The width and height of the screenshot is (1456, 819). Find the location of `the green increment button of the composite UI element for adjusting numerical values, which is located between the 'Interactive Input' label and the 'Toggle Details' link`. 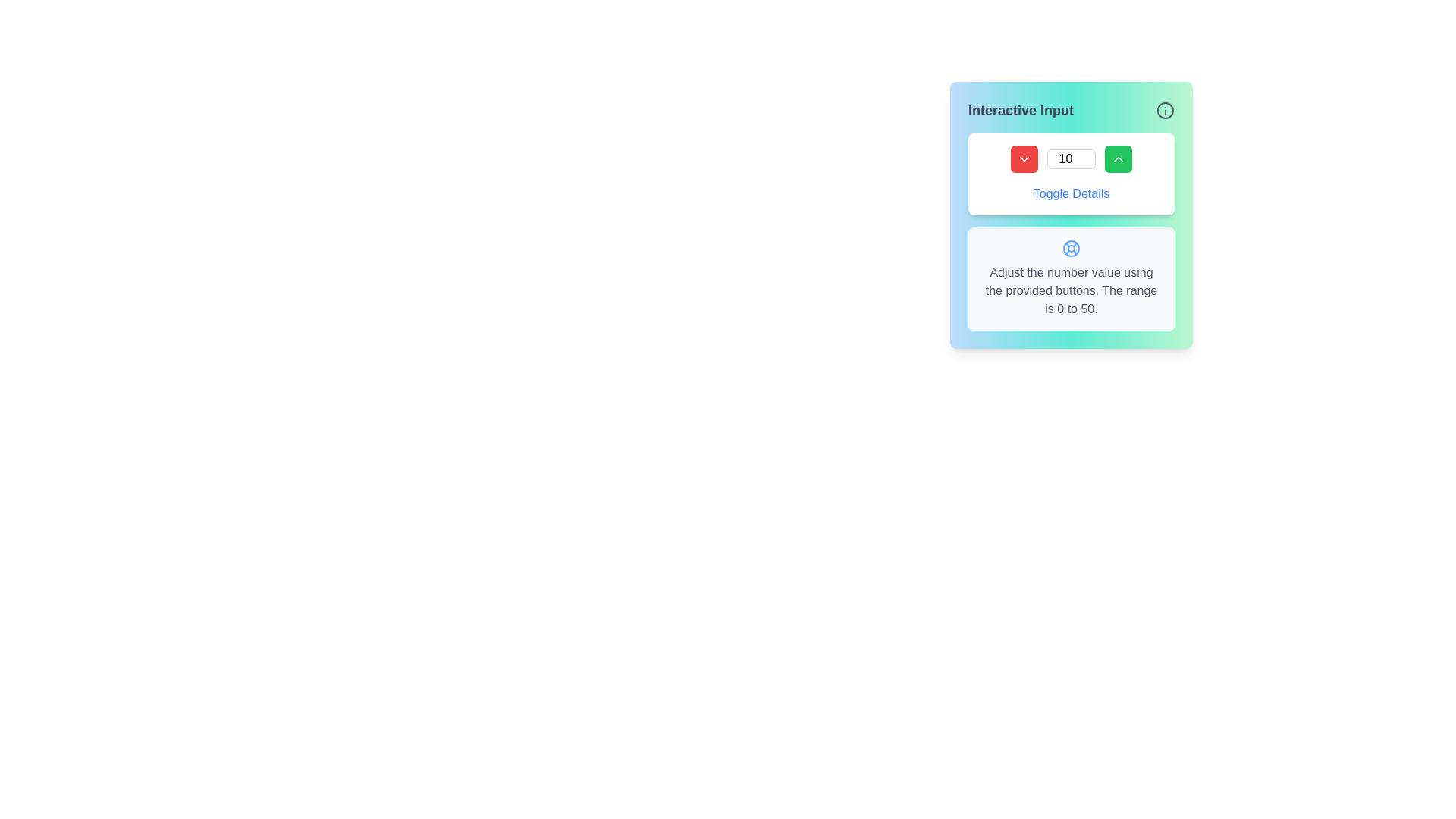

the green increment button of the composite UI element for adjusting numerical values, which is located between the 'Interactive Input' label and the 'Toggle Details' link is located at coordinates (1070, 158).